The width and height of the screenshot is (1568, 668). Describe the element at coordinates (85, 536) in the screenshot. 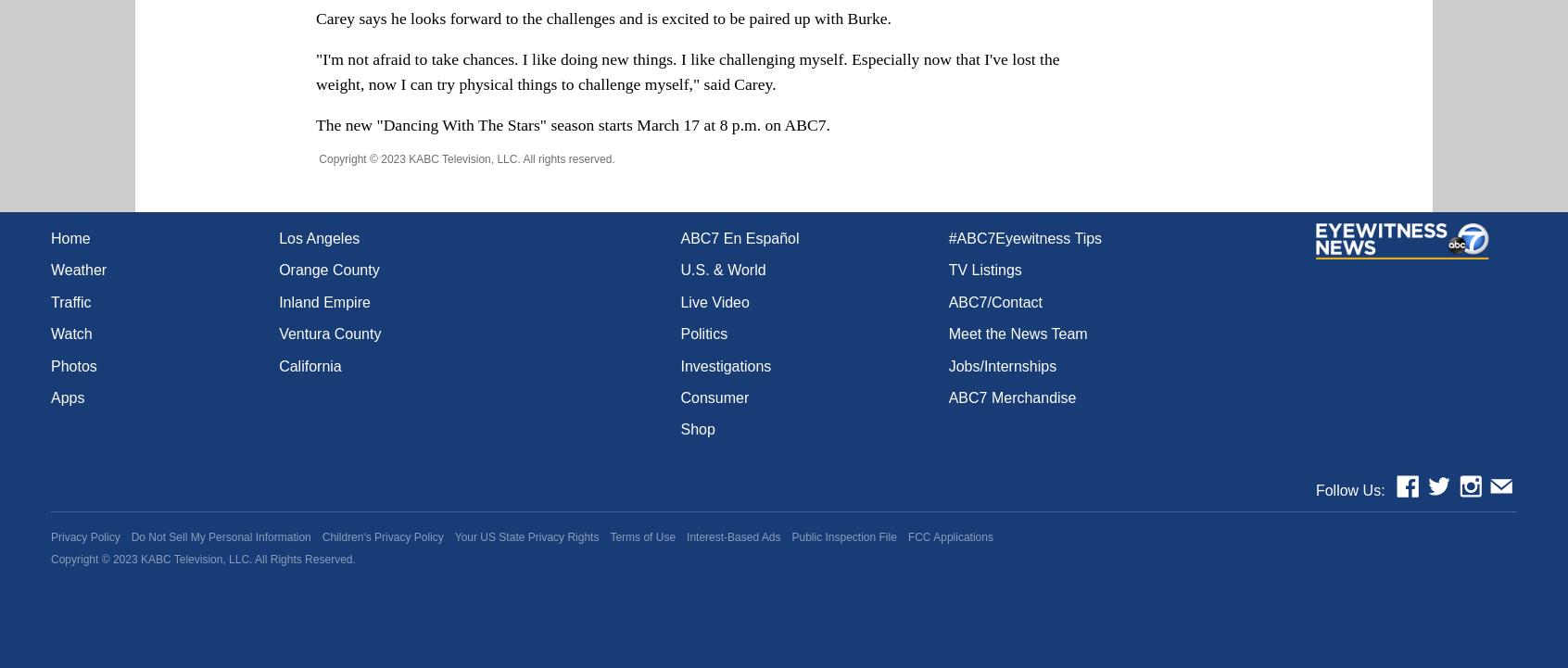

I see `'Privacy Policy'` at that location.